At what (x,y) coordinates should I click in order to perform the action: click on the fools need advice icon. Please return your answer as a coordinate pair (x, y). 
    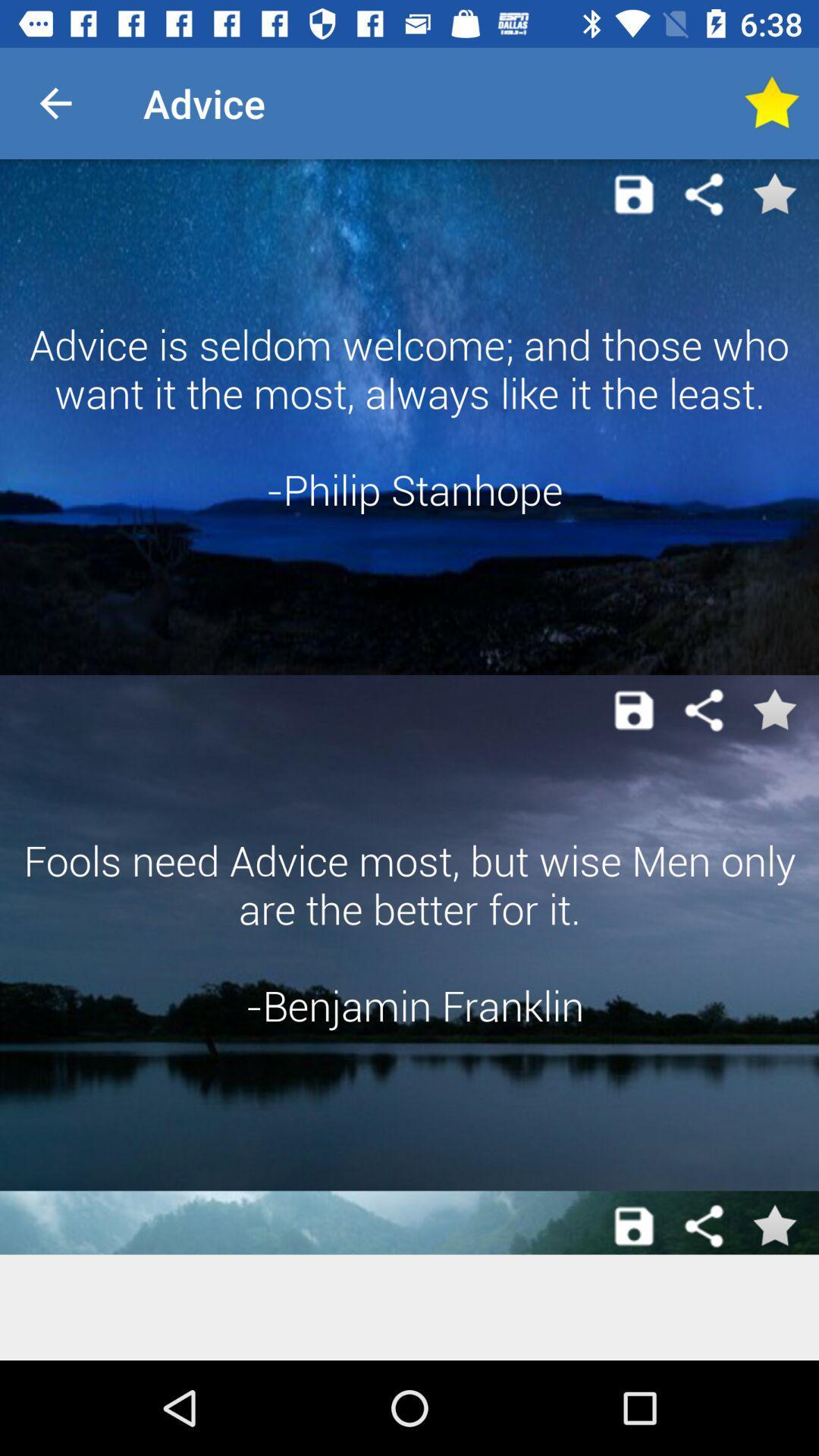
    Looking at the image, I should click on (409, 932).